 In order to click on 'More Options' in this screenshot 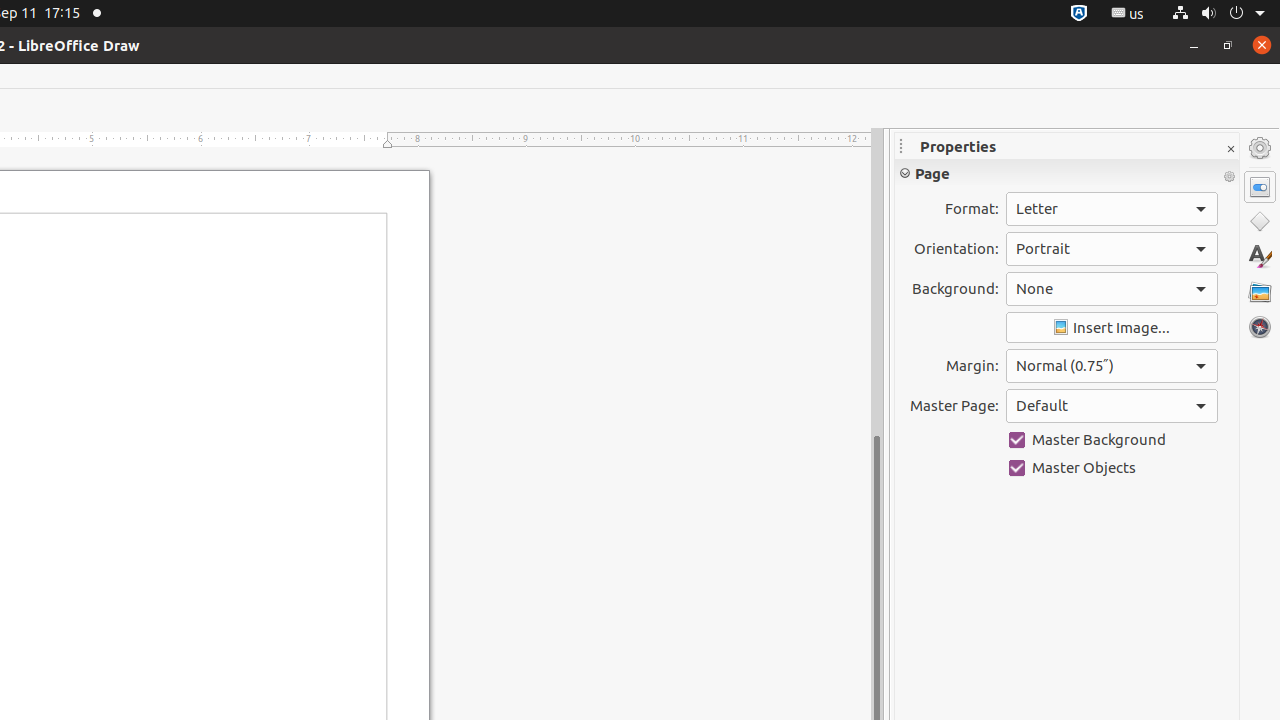, I will do `click(1228, 175)`.